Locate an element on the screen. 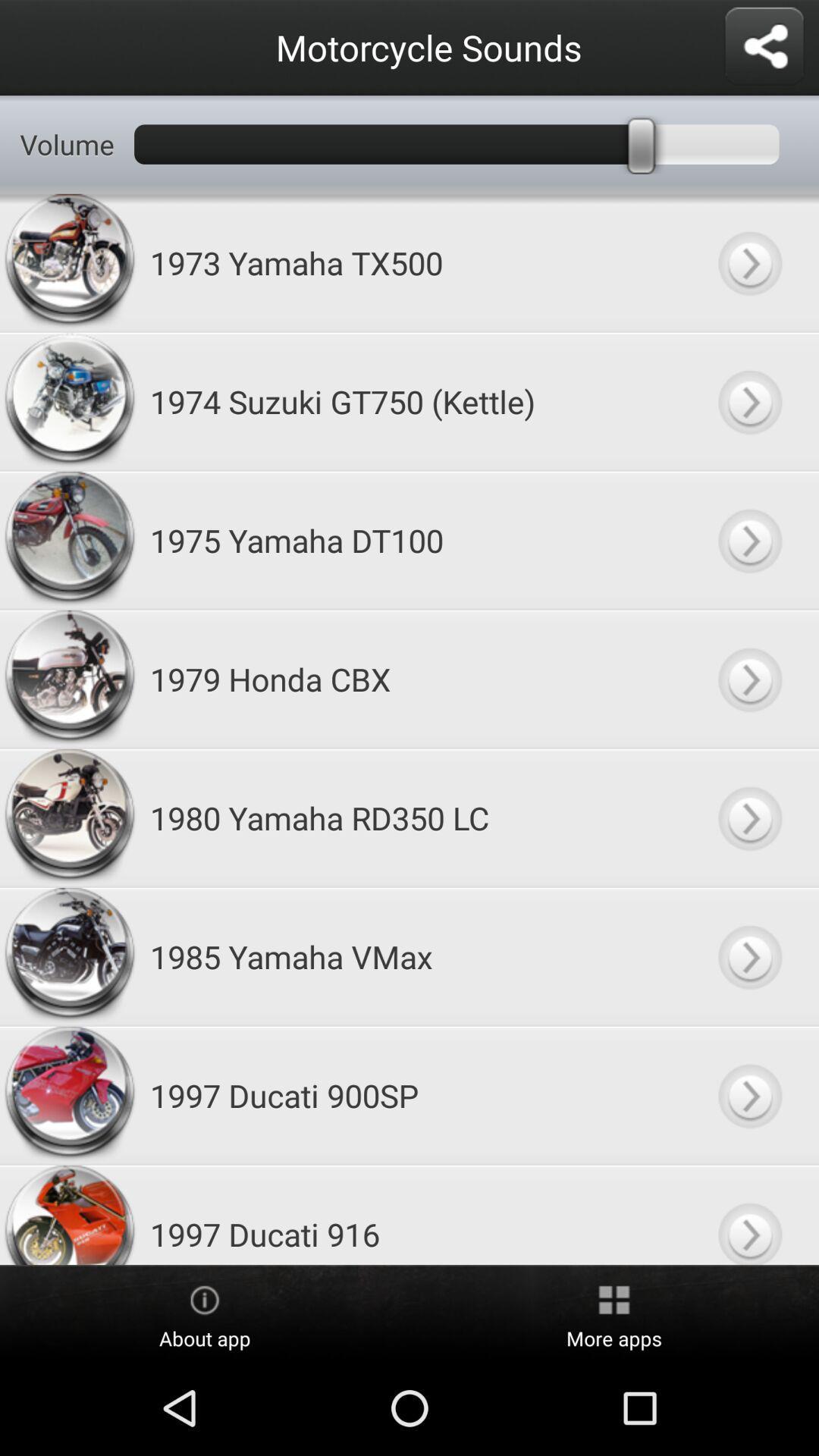 The image size is (819, 1456). sound is located at coordinates (748, 401).